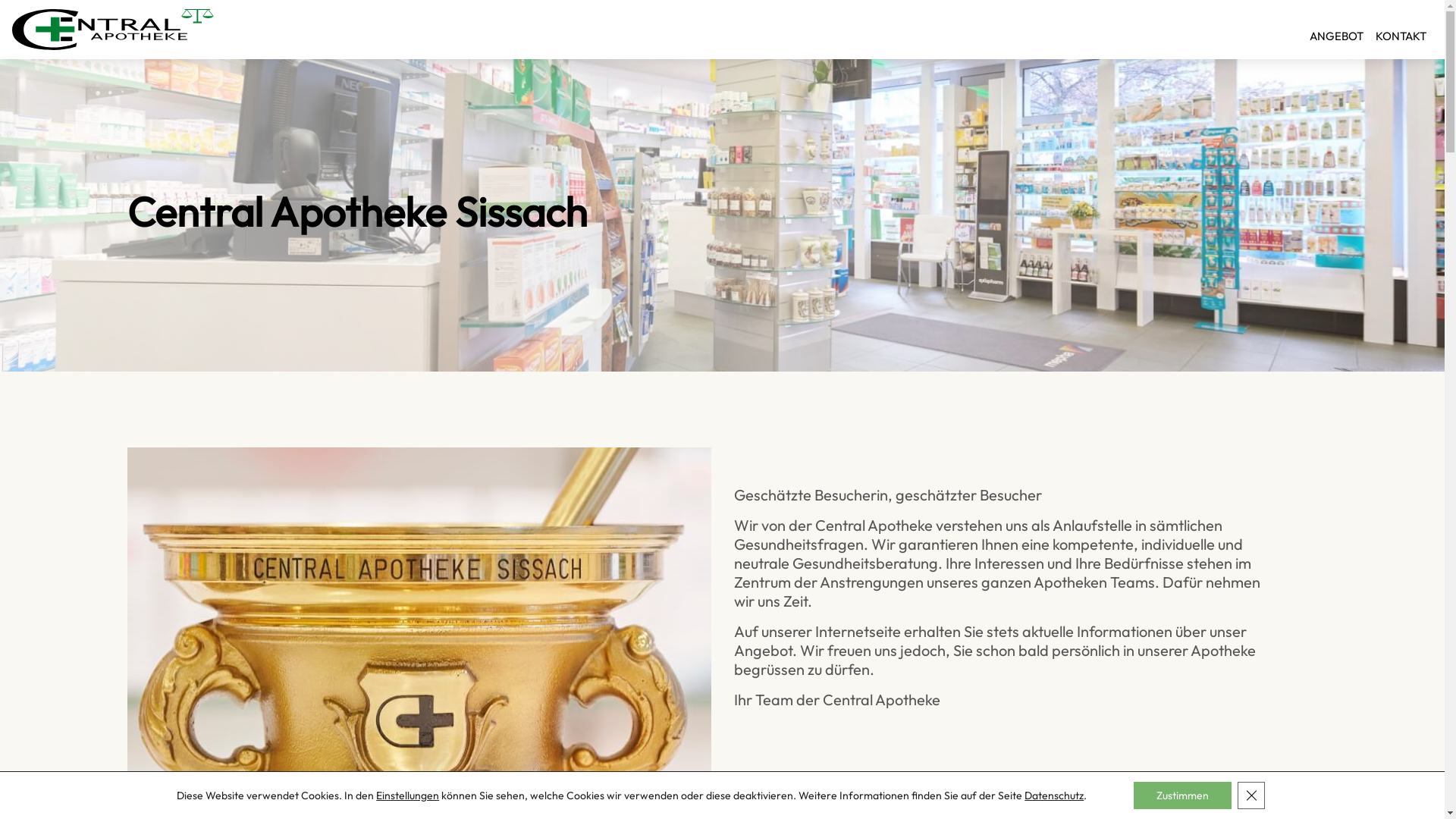  I want to click on 'KONTAKT', so click(1400, 29).